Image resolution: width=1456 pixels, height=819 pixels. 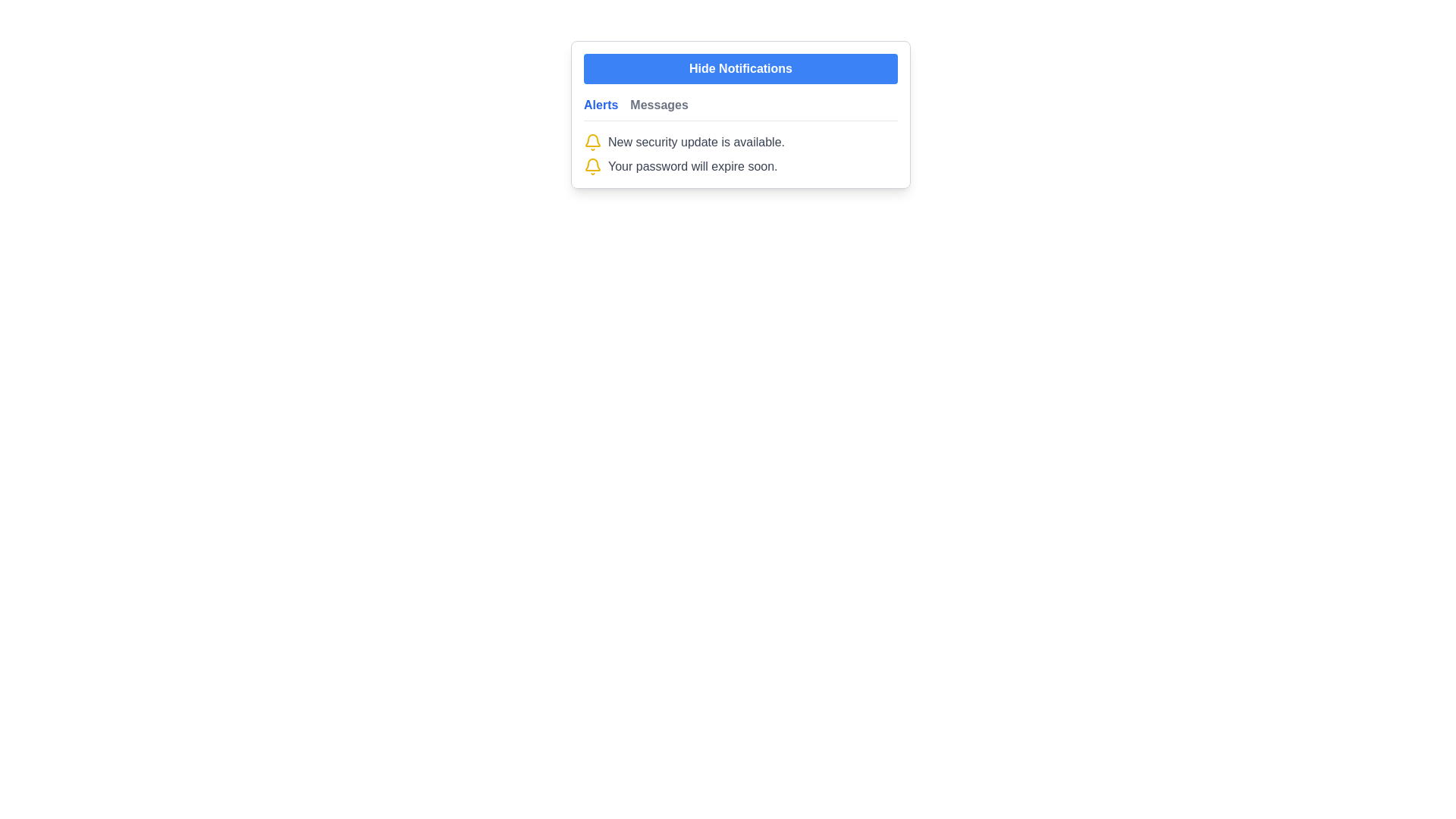 I want to click on the text label displaying 'Your password will expire soon.' that is positioned after a bell icon in the notification dropdown, so click(x=692, y=166).